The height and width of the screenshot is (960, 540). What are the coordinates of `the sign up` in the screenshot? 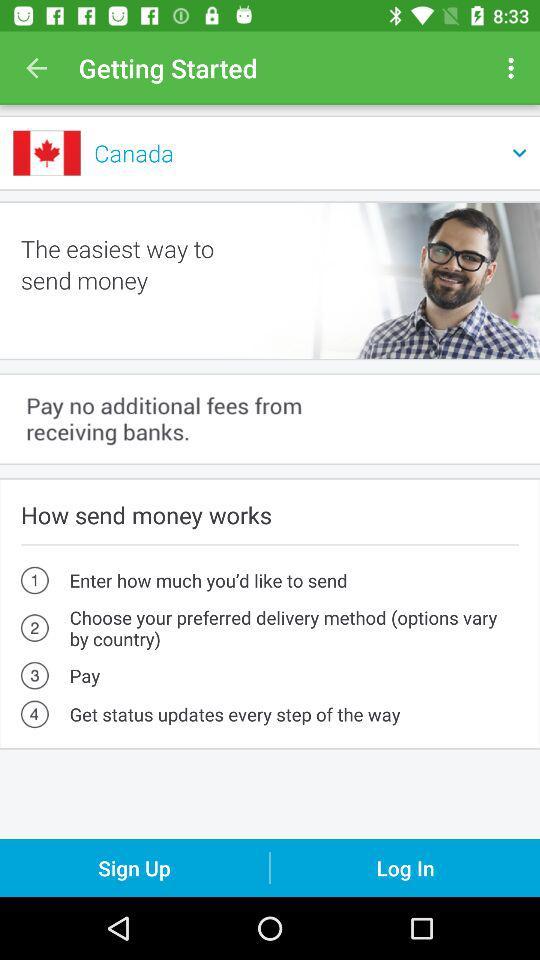 It's located at (134, 867).